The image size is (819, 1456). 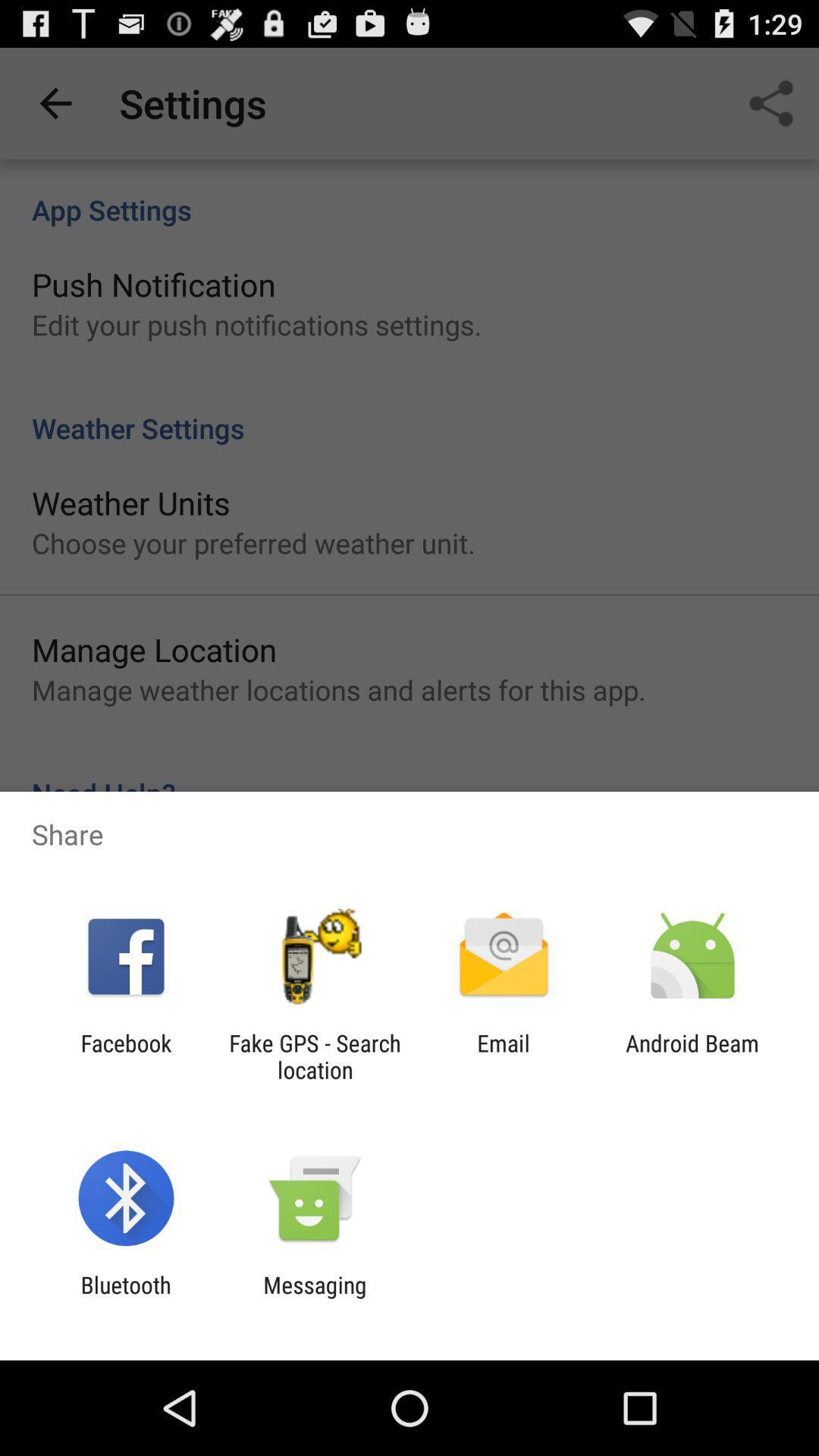 What do you see at coordinates (314, 1056) in the screenshot?
I see `the item to the left of the email app` at bounding box center [314, 1056].